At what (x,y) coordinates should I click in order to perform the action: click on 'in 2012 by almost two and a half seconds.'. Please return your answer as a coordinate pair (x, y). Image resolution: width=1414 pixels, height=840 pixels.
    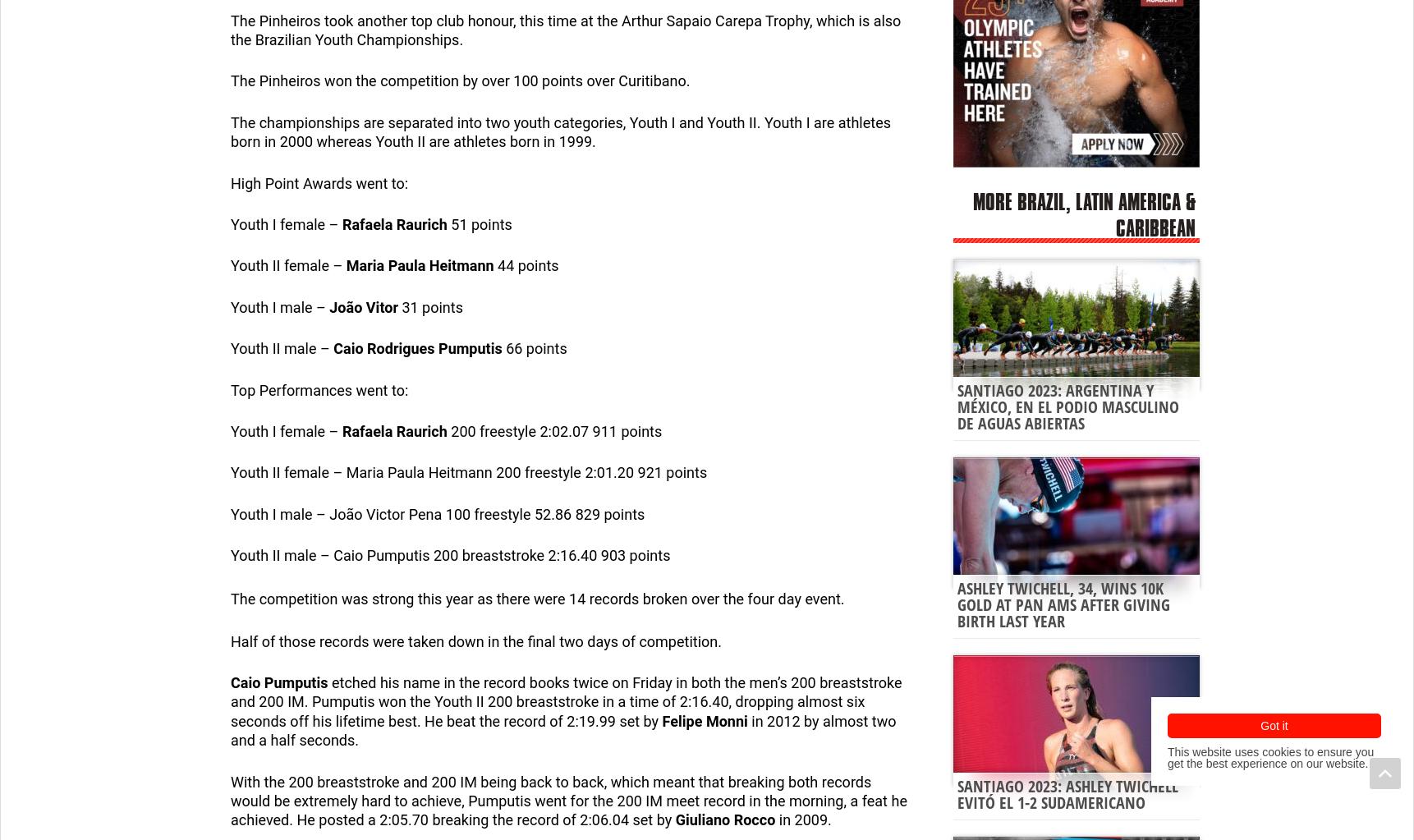
    Looking at the image, I should click on (562, 730).